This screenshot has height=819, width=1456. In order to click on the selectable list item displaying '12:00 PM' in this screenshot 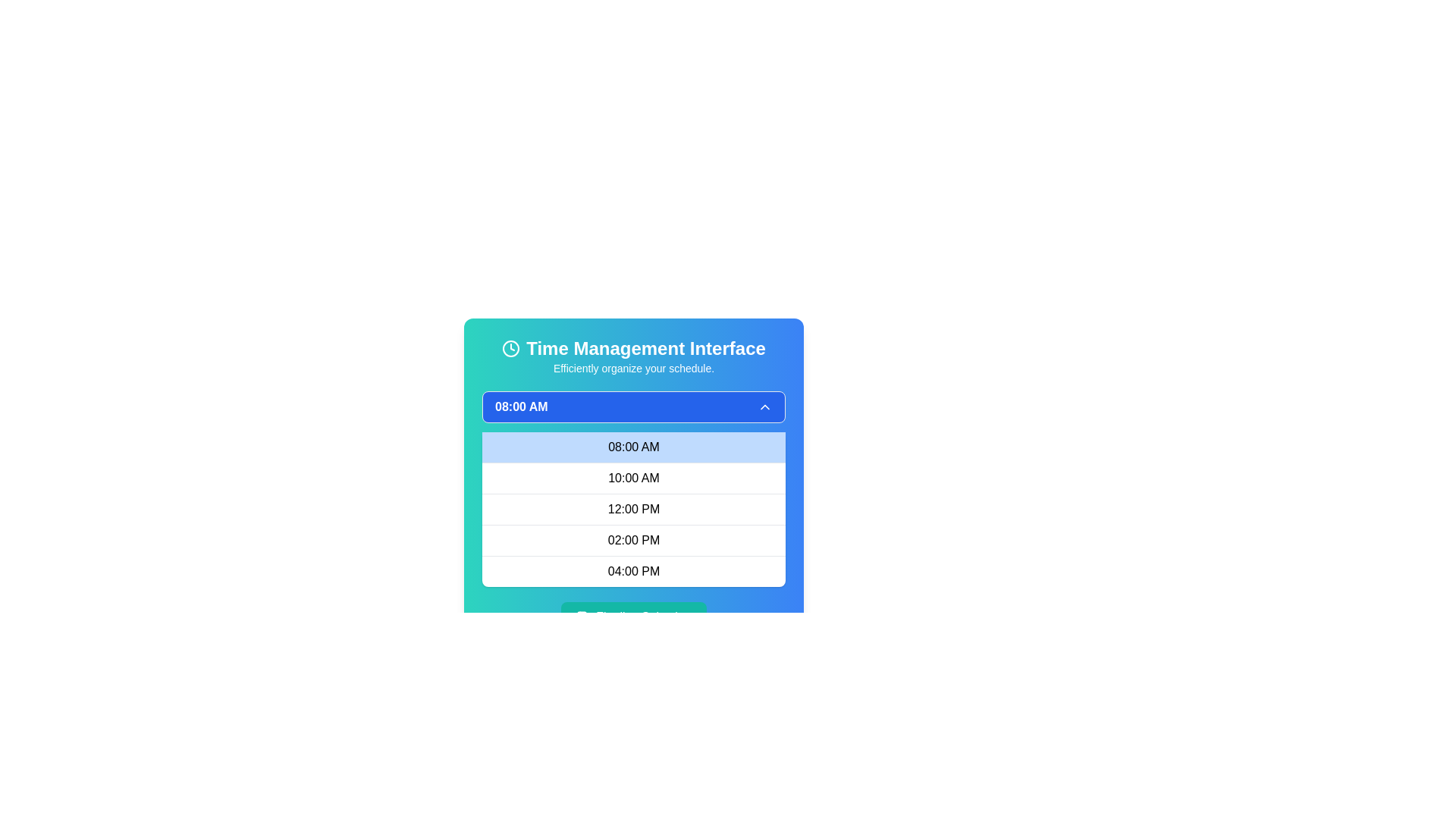, I will do `click(633, 509)`.